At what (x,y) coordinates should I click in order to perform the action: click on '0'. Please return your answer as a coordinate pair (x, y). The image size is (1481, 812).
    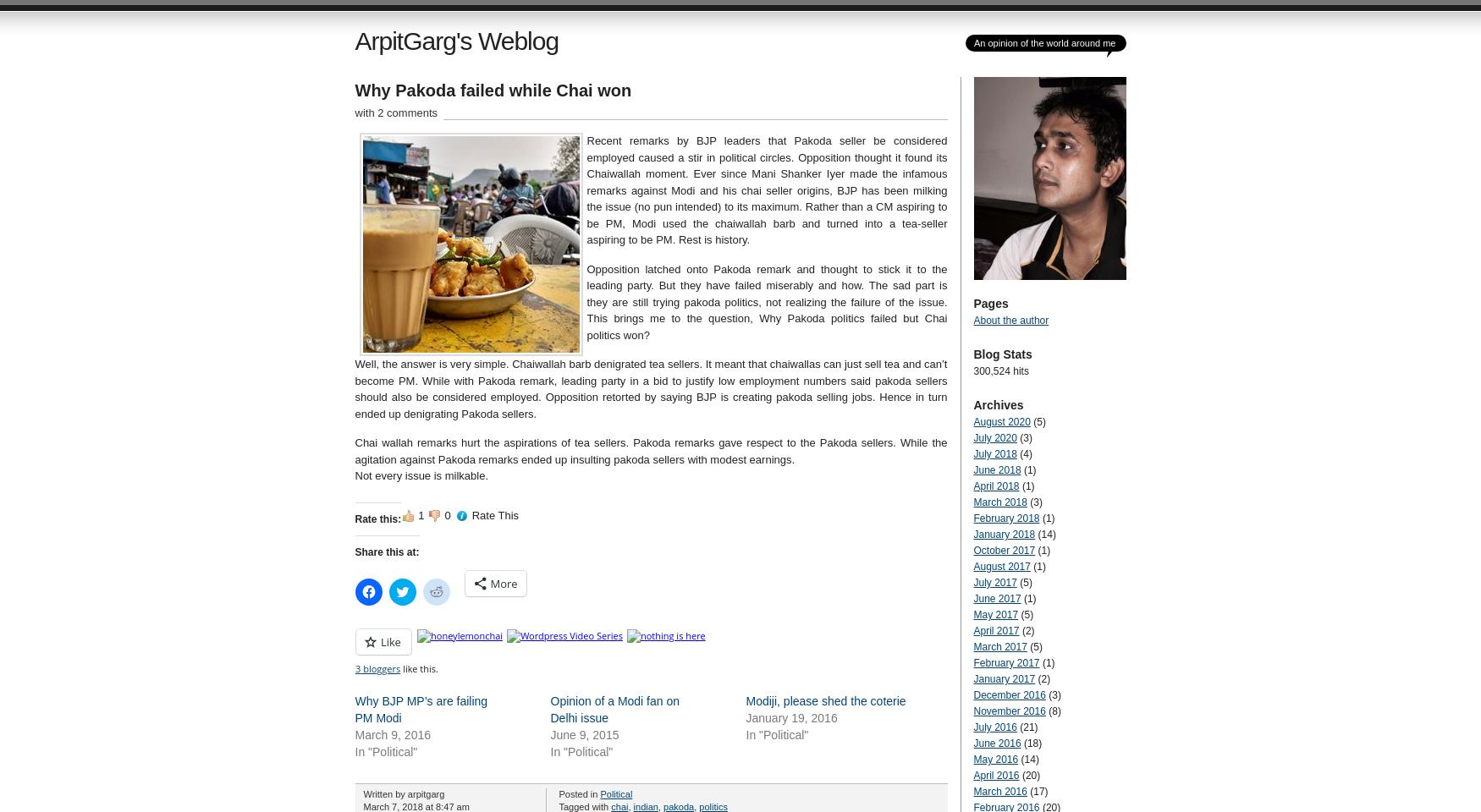
    Looking at the image, I should click on (443, 514).